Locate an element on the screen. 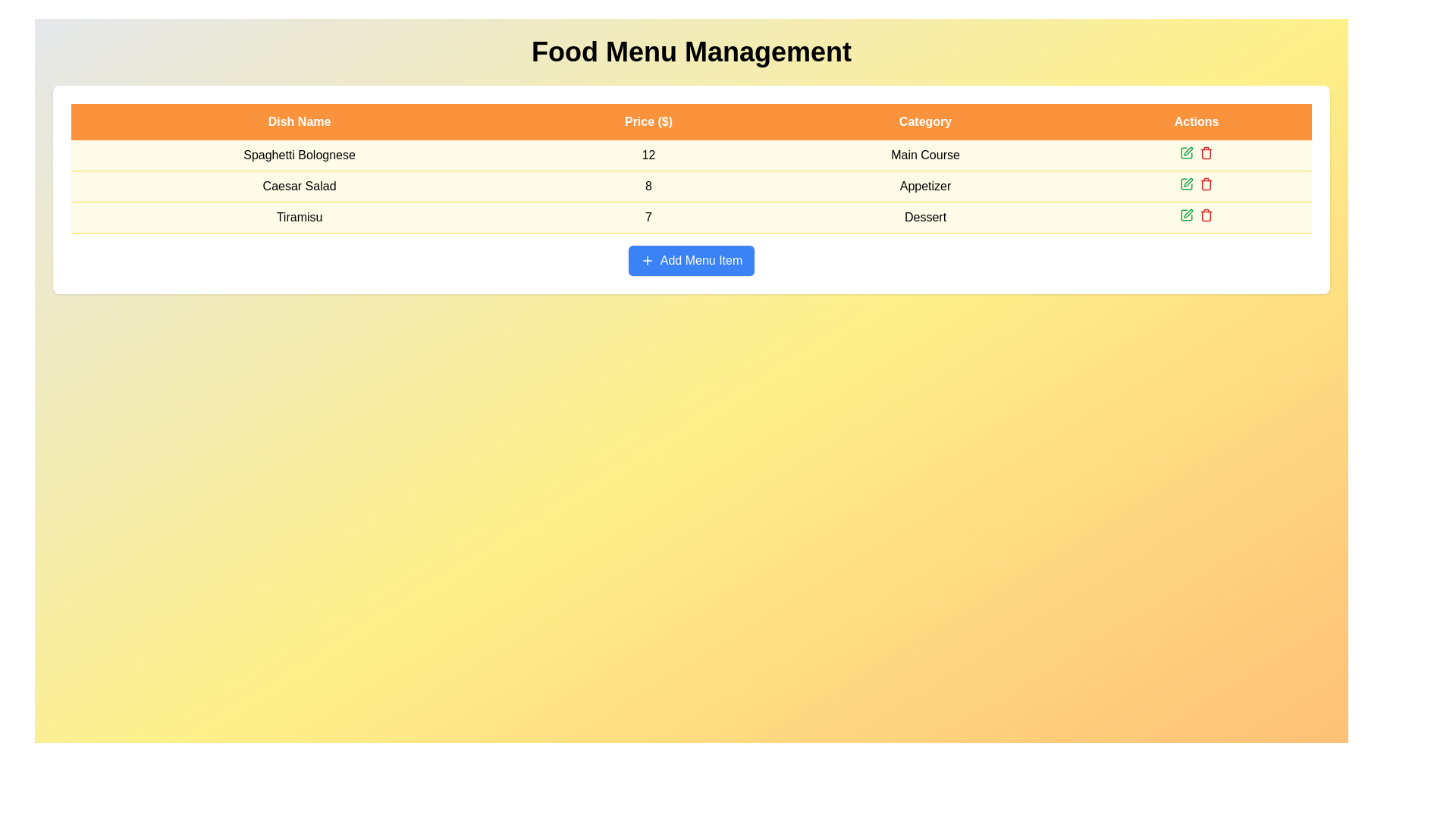  the text label displaying the digit '7' in the second column of the 'Tiramisu' row within the 'Food Menu Management' table, which is identified by its light yellow cell and right alignment to the 'Dish Name' cell is located at coordinates (648, 217).